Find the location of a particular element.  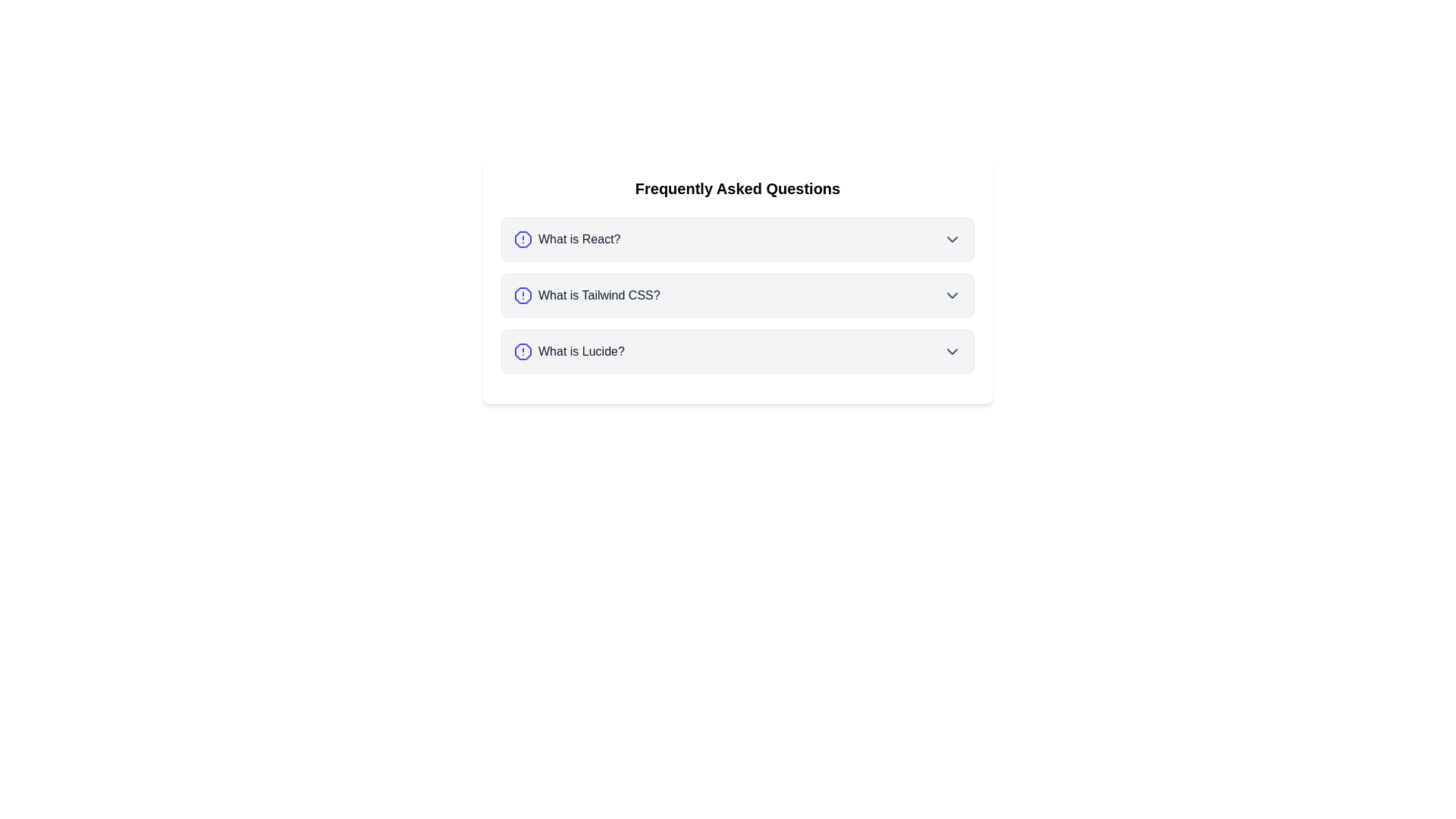

the toggle button labeled 'What is Tailwind CSS?' is located at coordinates (738, 295).